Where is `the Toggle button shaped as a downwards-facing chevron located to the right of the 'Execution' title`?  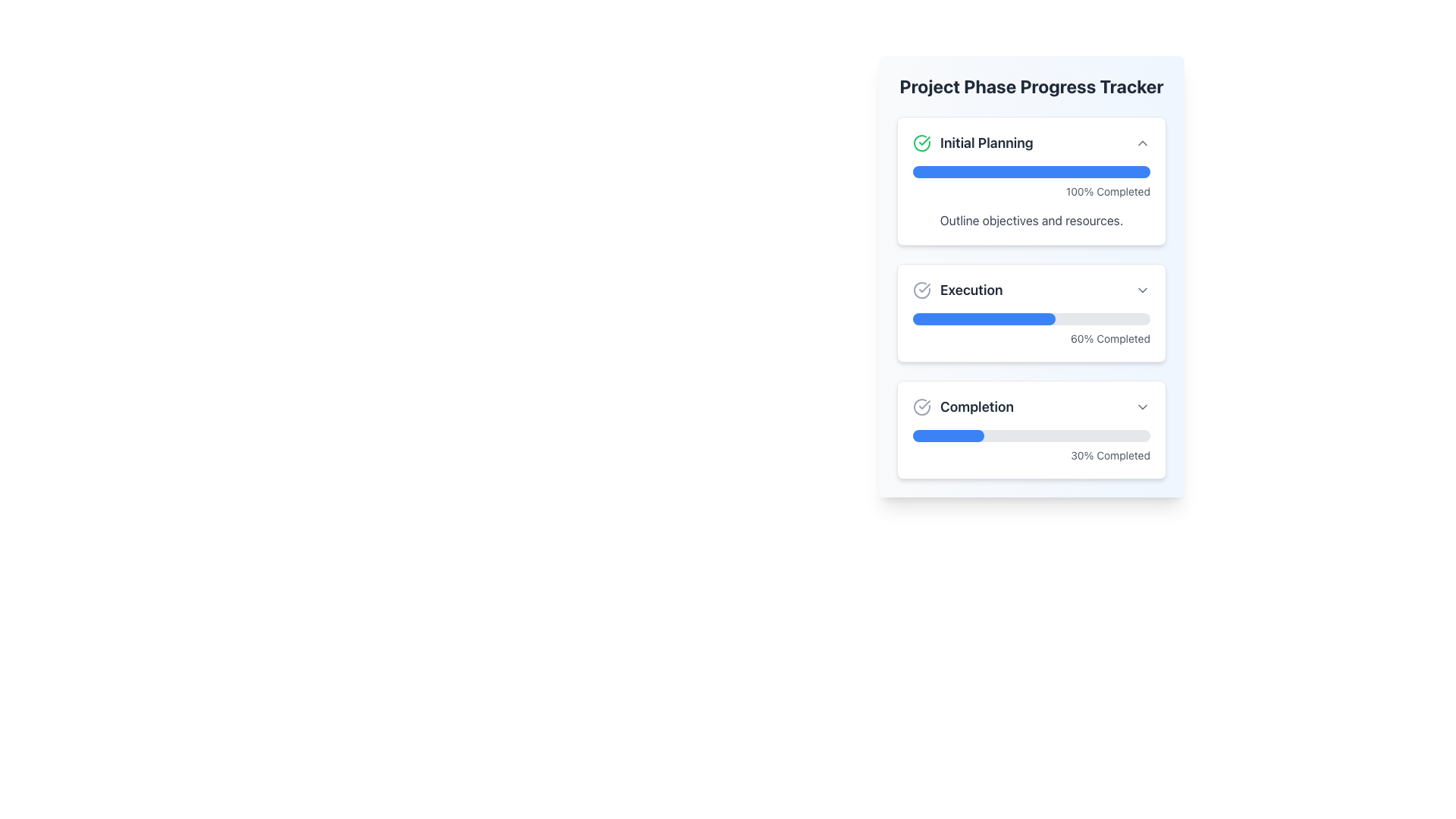 the Toggle button shaped as a downwards-facing chevron located to the right of the 'Execution' title is located at coordinates (1143, 290).